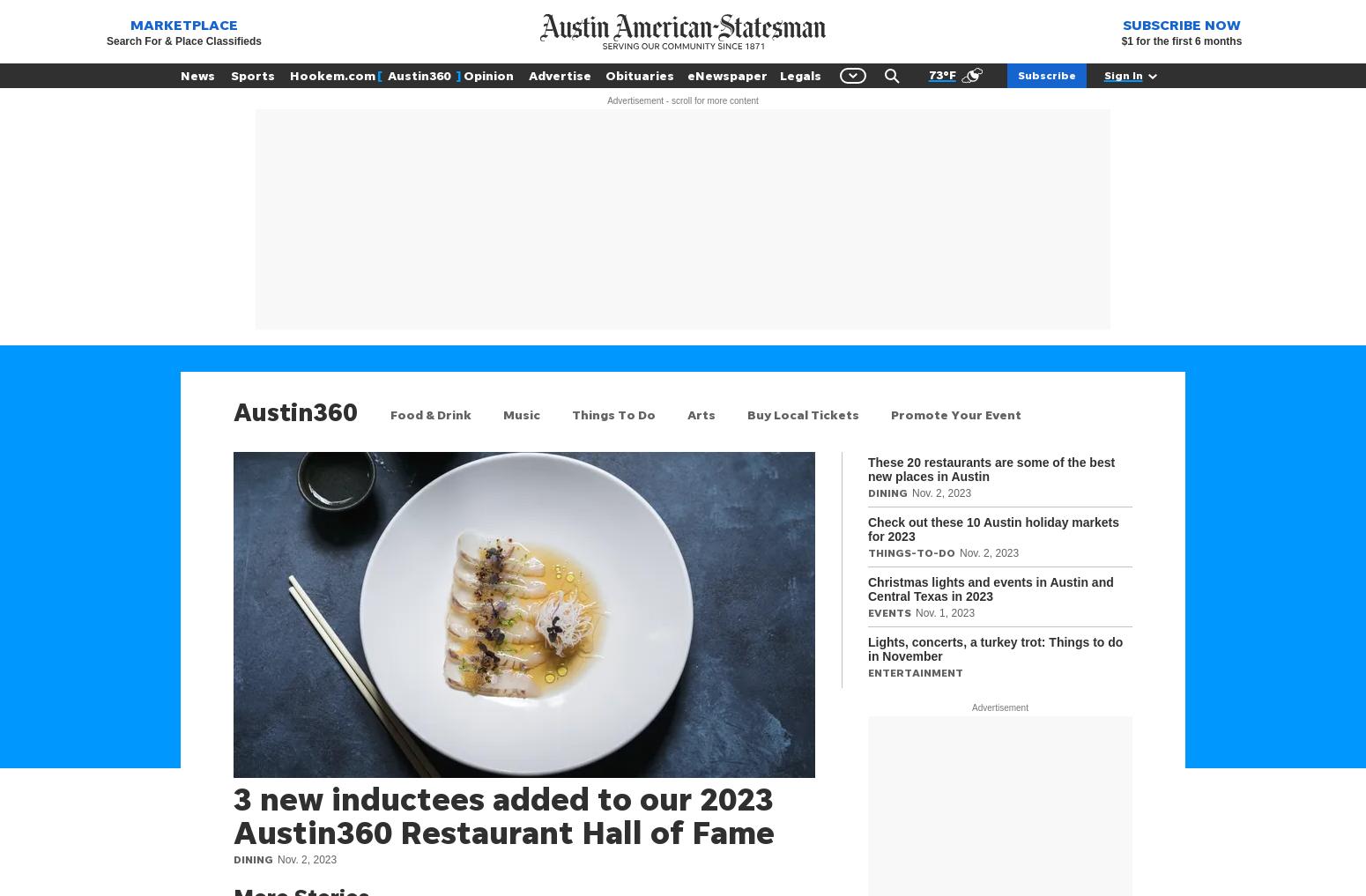 The height and width of the screenshot is (896, 1366). What do you see at coordinates (956, 413) in the screenshot?
I see `'Promote Your Event'` at bounding box center [956, 413].